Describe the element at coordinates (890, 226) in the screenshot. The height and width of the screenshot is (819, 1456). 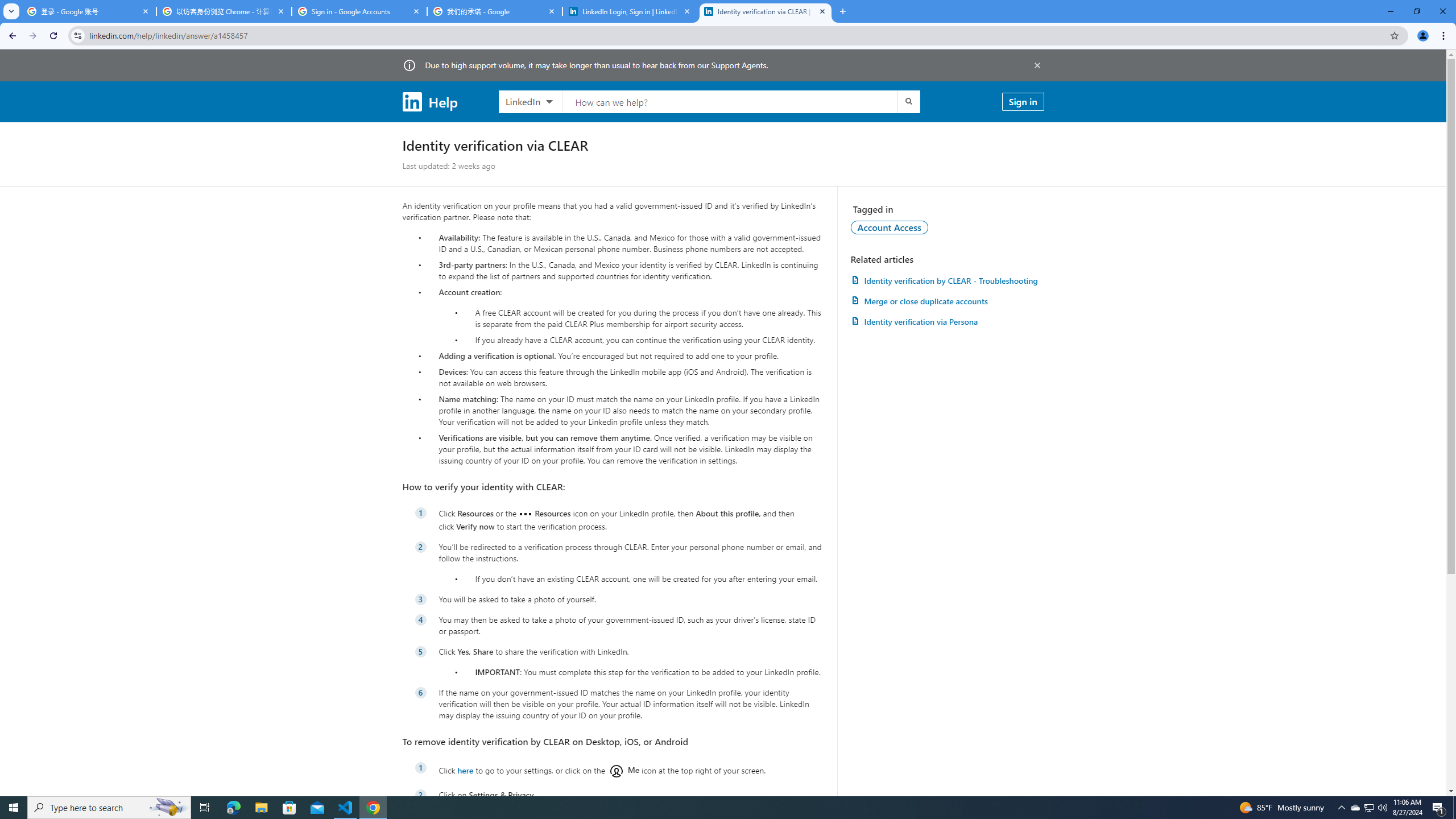
I see `'Account Access'` at that location.